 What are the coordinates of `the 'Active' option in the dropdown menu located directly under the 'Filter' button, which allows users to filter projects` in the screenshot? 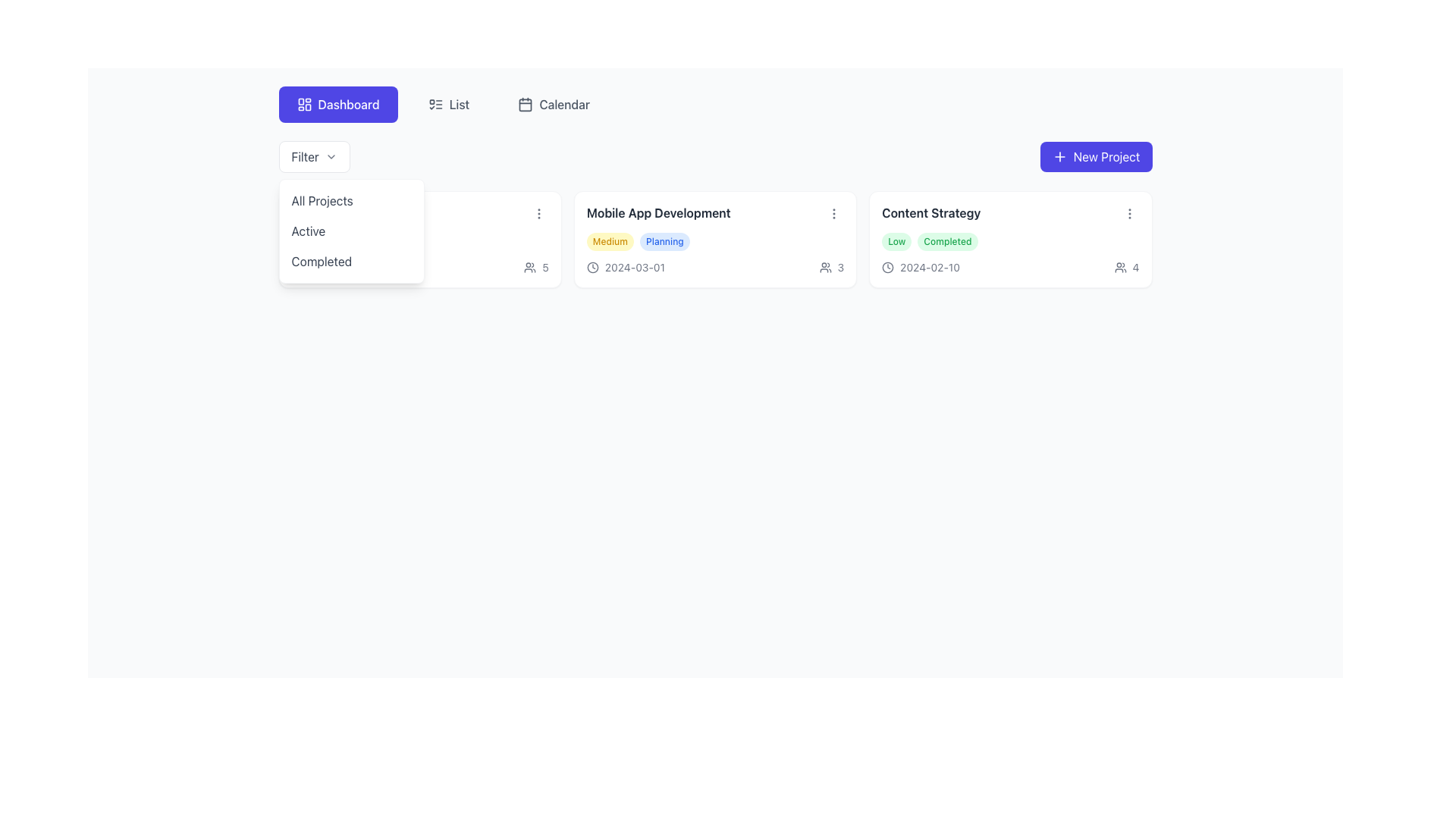 It's located at (350, 231).